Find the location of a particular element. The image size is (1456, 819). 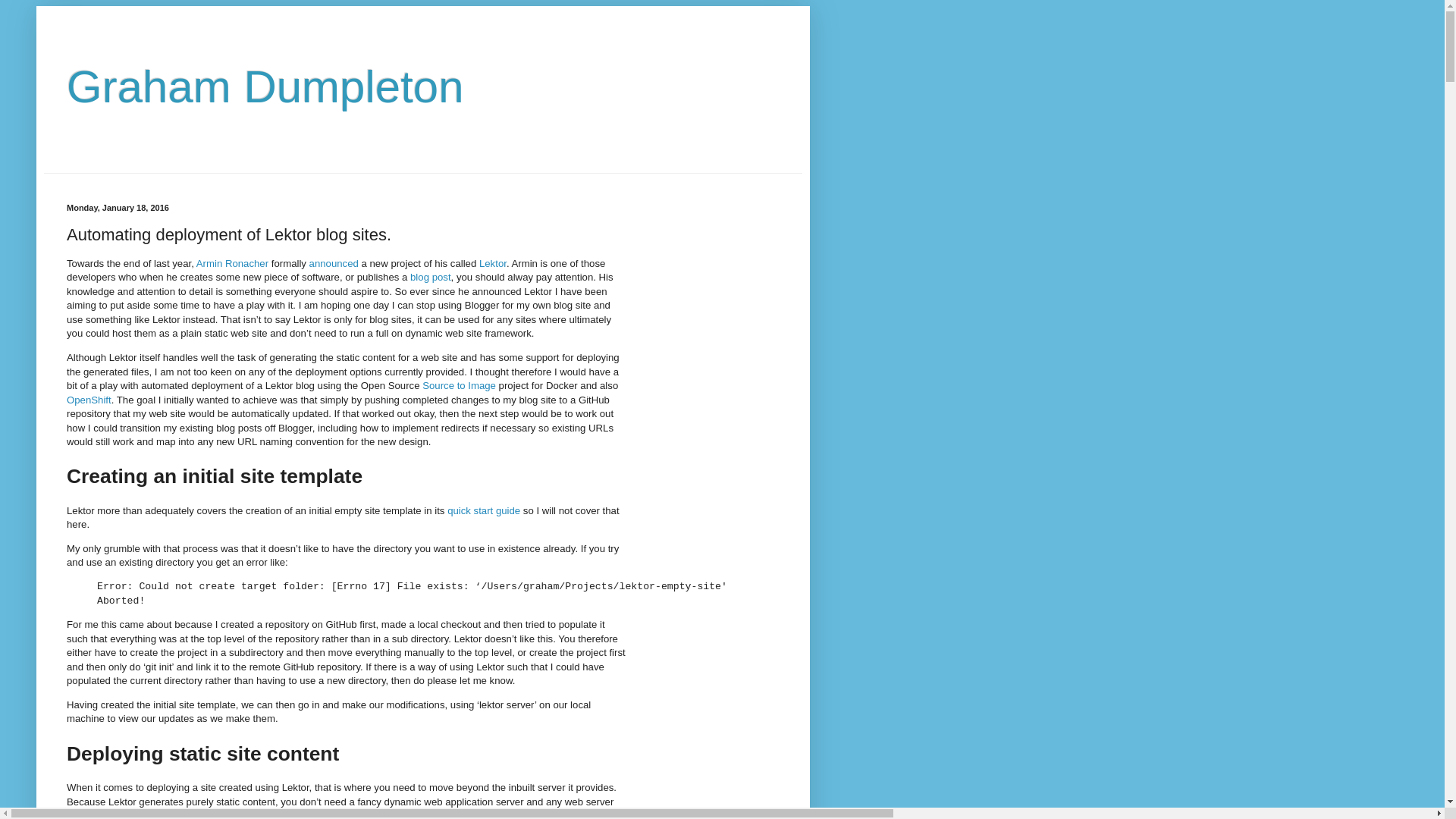

'Lektor' is located at coordinates (479, 262).